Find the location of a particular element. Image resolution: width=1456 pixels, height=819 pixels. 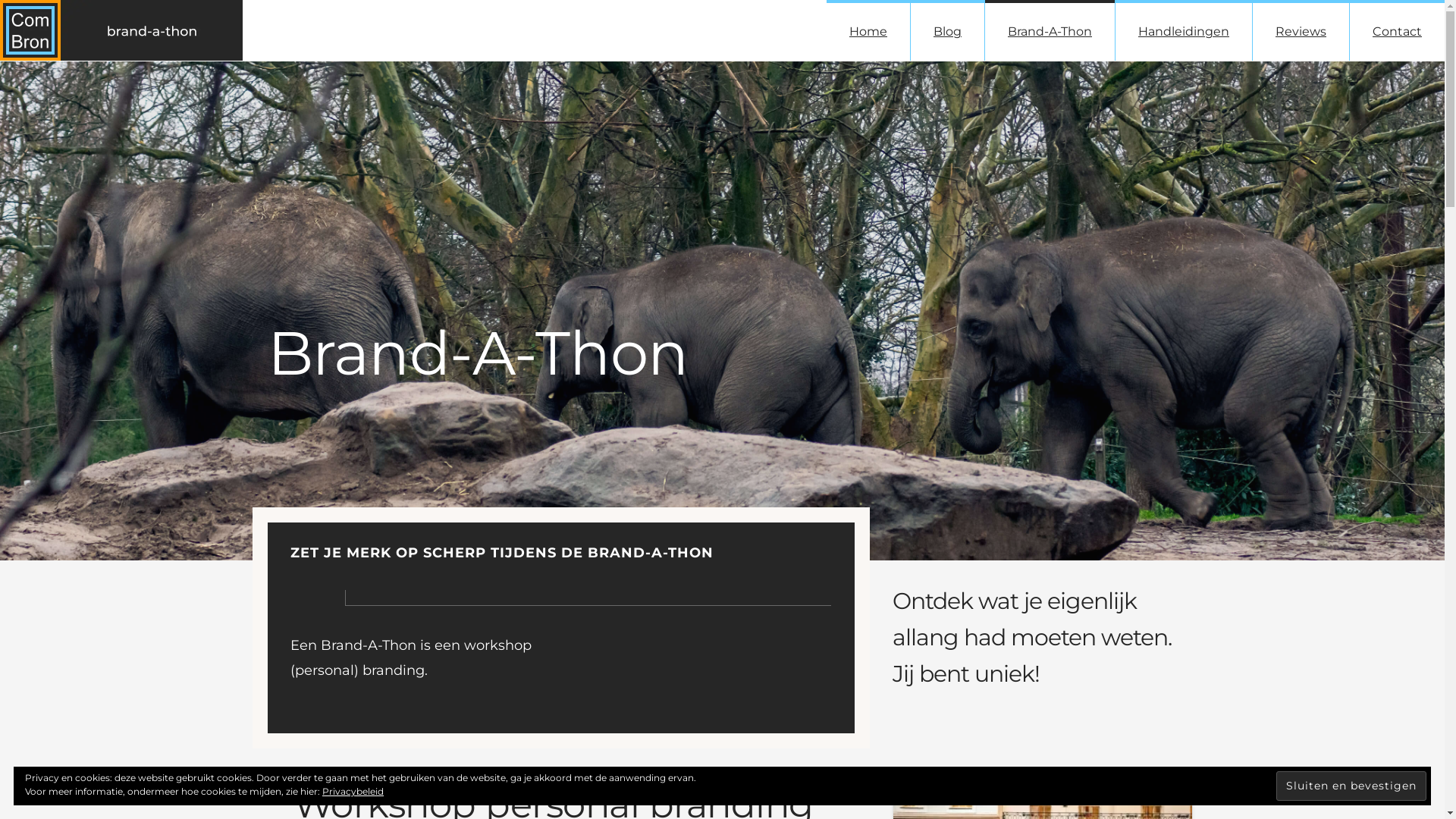

'ComBron Communicatie' is located at coordinates (502, 732).